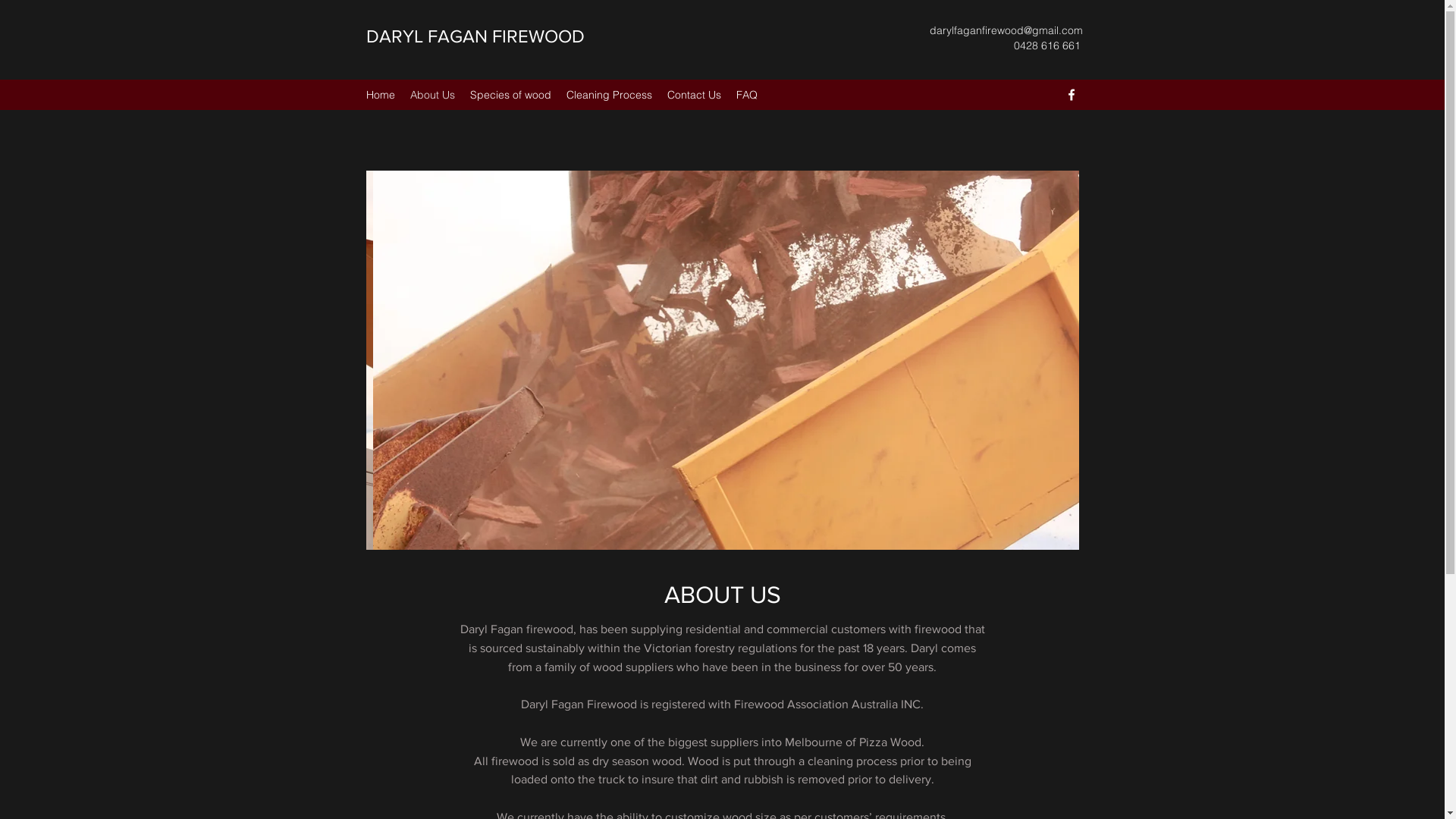 This screenshot has width=1456, height=819. I want to click on 'About Us', so click(431, 94).